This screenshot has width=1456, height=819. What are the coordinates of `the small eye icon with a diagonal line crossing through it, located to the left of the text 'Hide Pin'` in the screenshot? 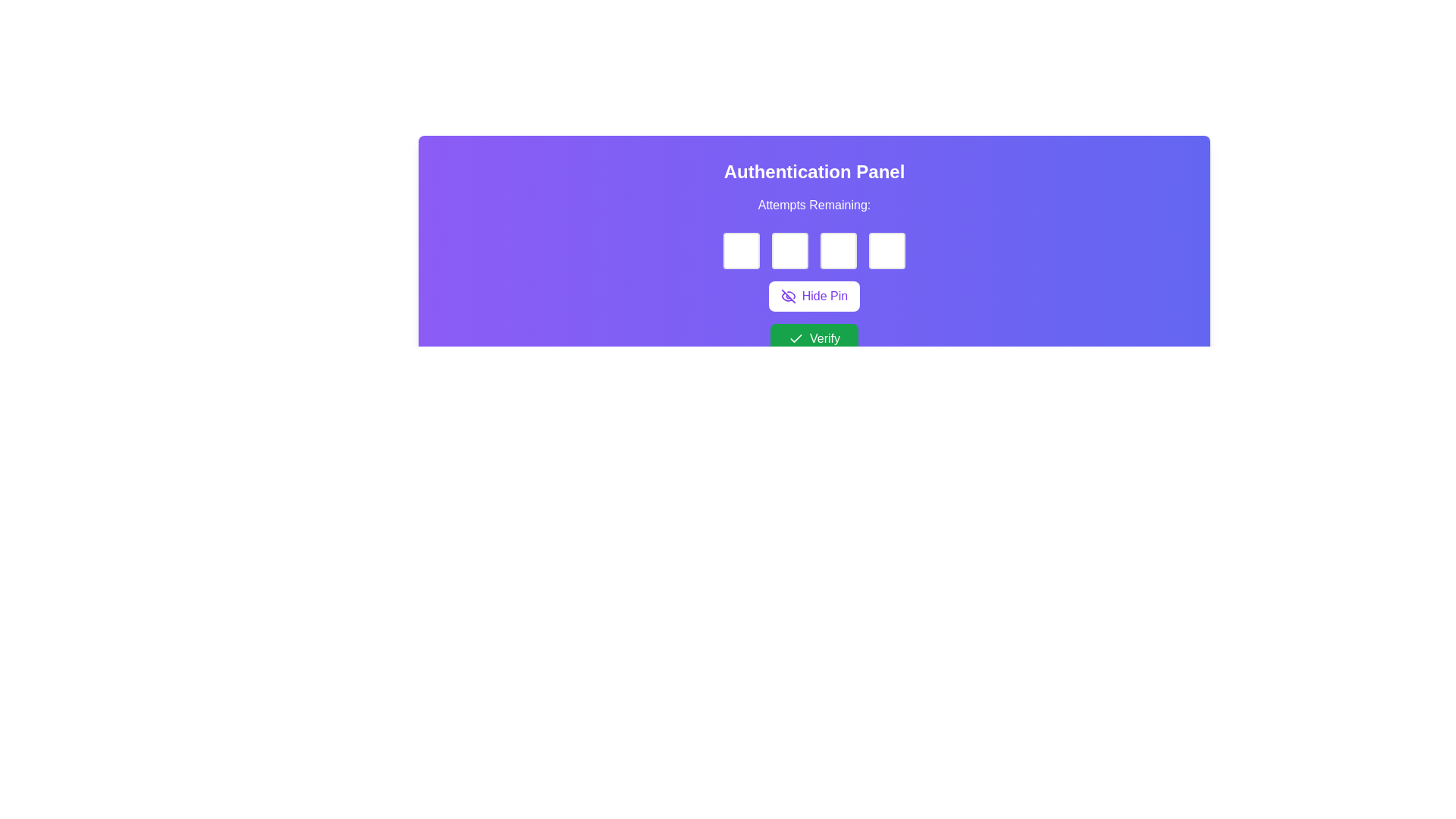 It's located at (788, 296).